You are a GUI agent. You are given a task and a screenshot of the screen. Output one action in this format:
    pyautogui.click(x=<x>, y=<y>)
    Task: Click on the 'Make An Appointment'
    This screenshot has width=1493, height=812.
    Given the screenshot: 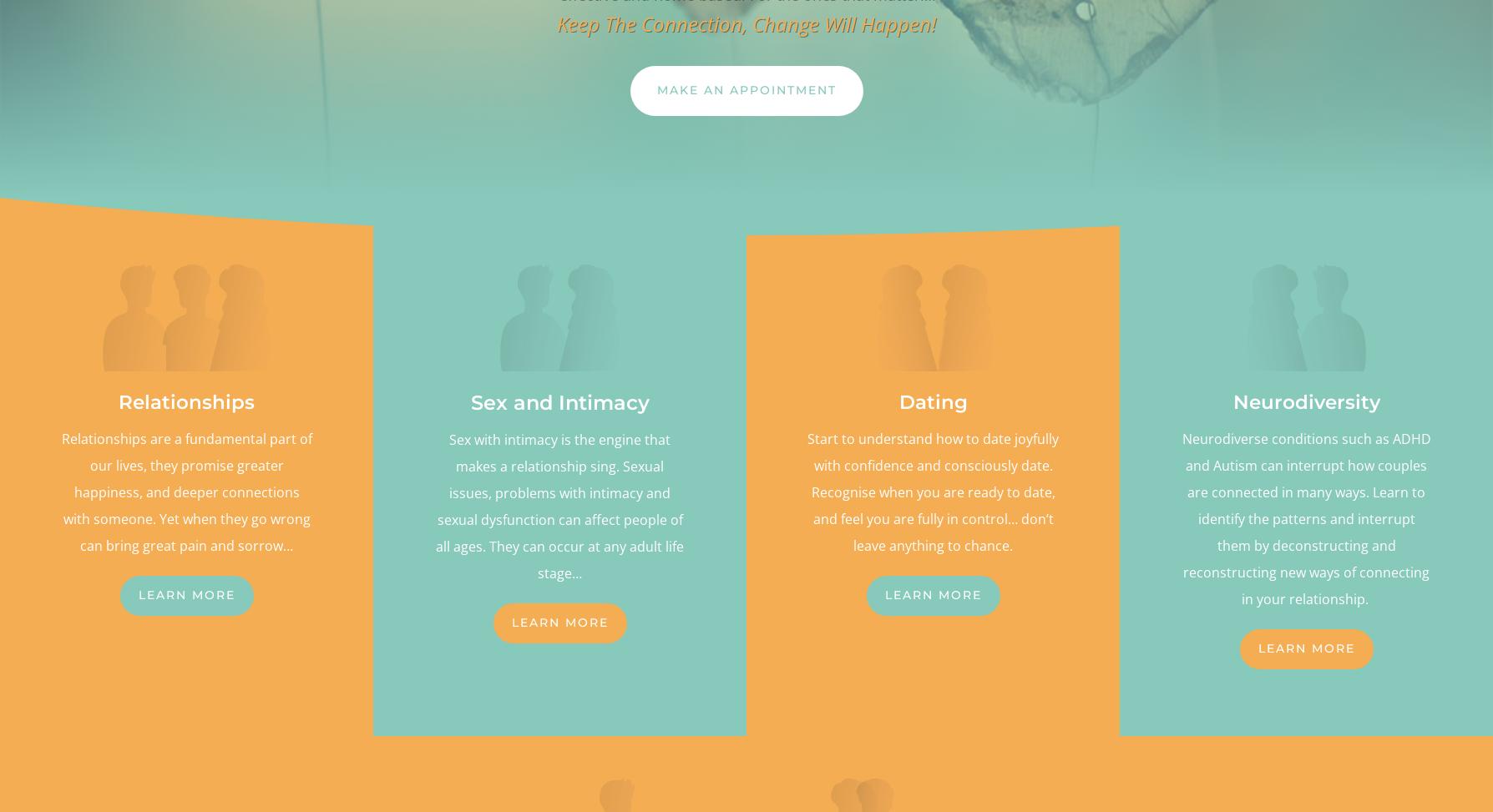 What is the action you would take?
    pyautogui.click(x=655, y=88)
    